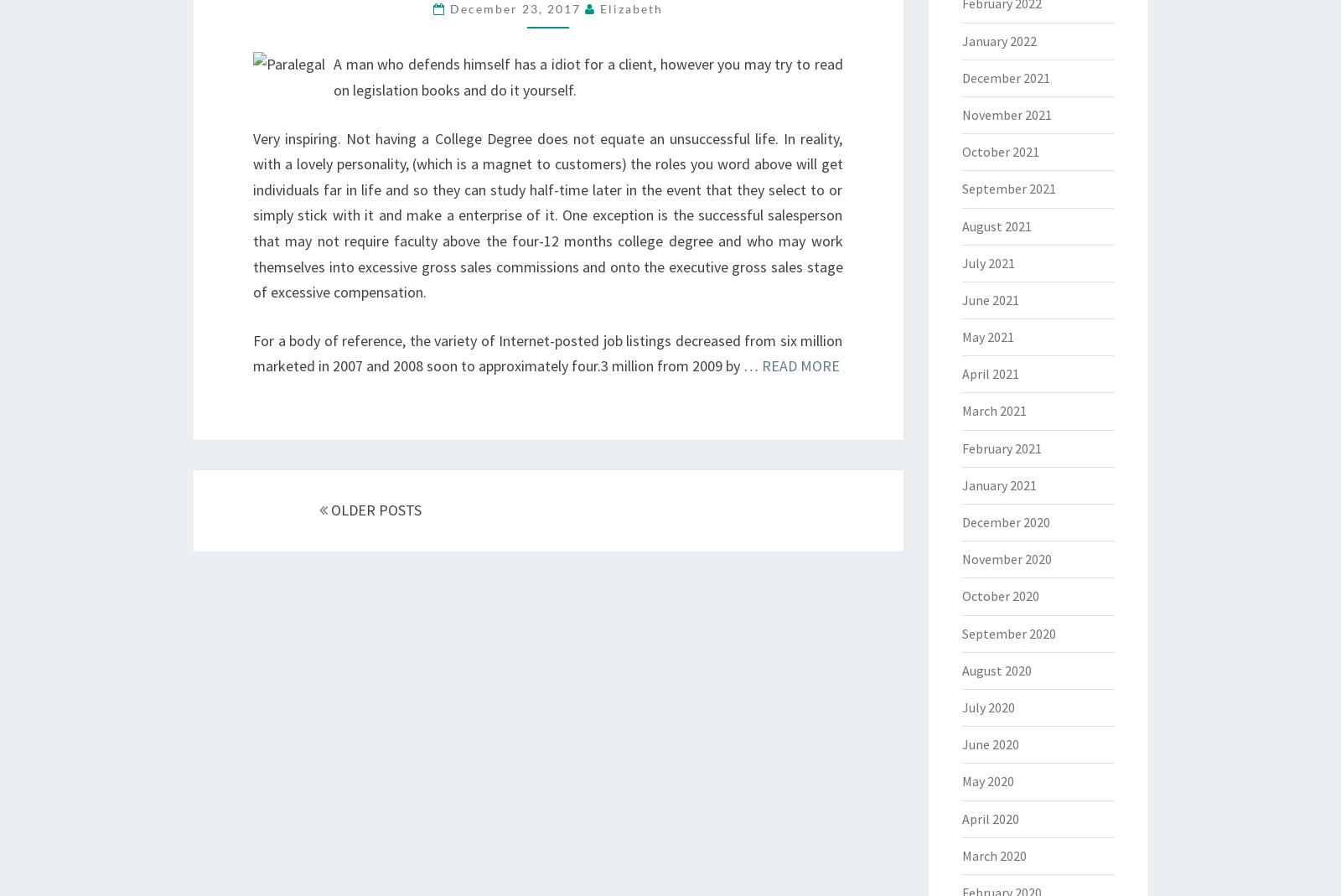 The height and width of the screenshot is (896, 1341). I want to click on 'May 2021', so click(961, 337).